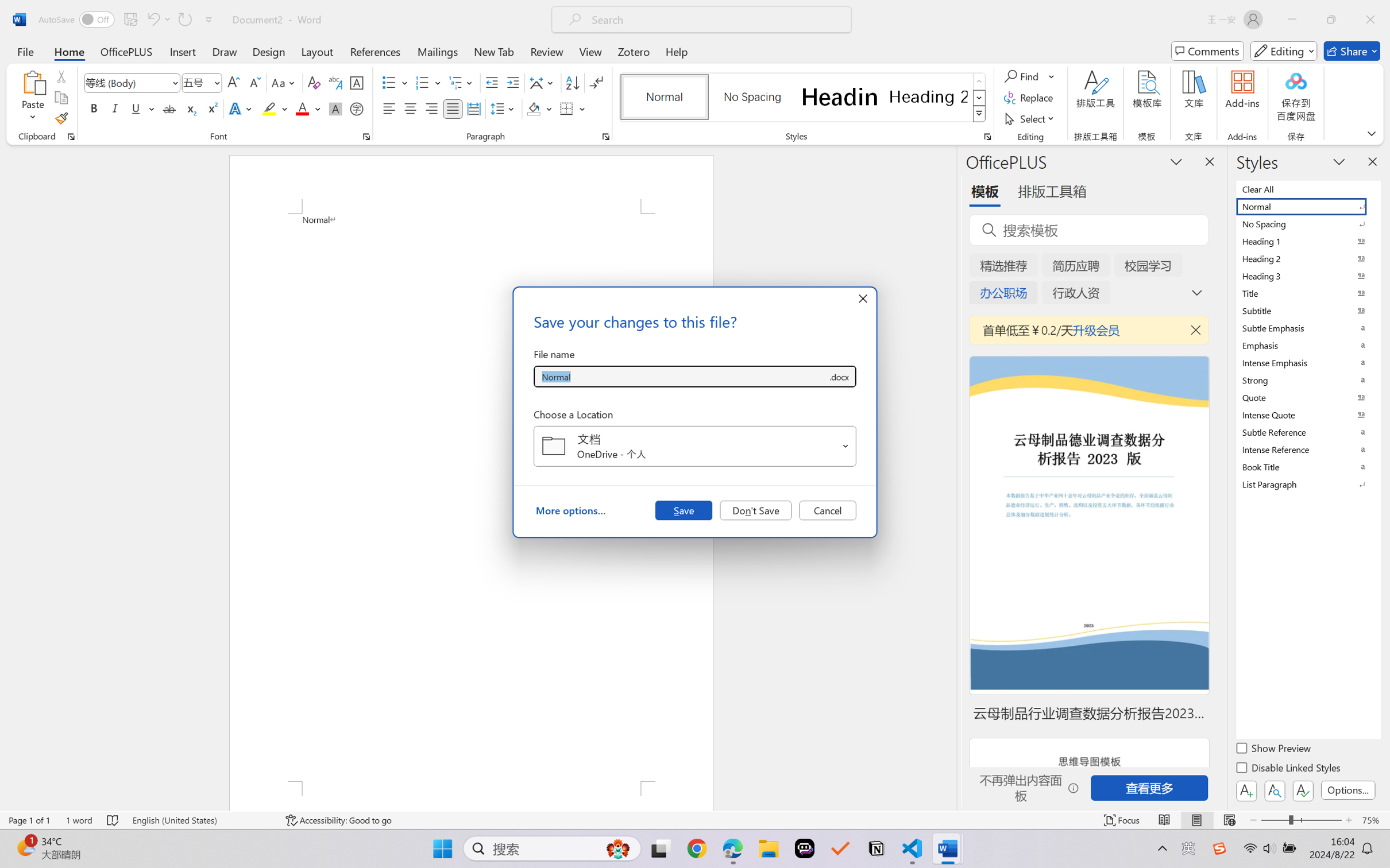 The height and width of the screenshot is (868, 1390). What do you see at coordinates (357, 83) in the screenshot?
I see `'Character Border'` at bounding box center [357, 83].